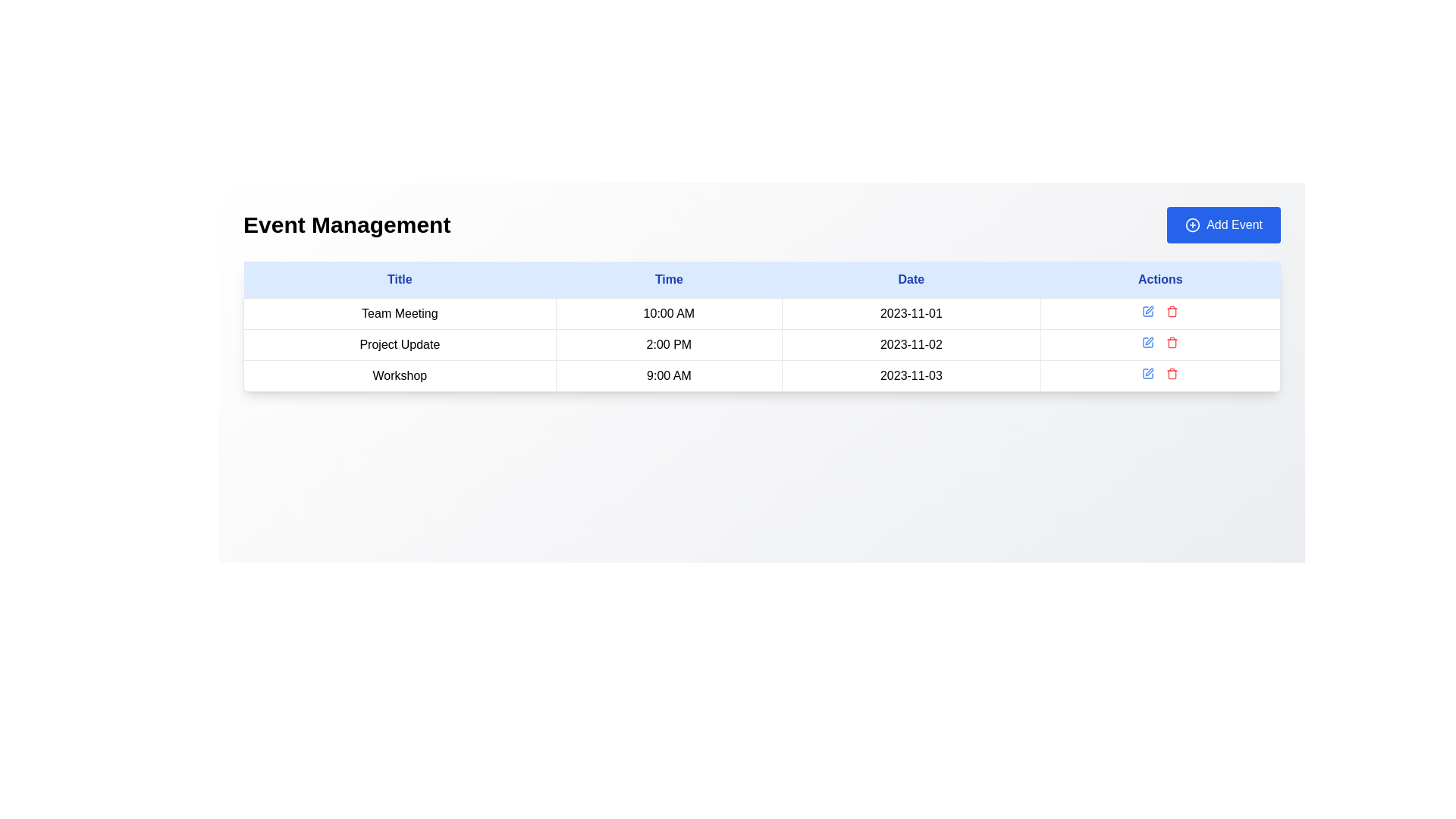 Image resolution: width=1456 pixels, height=819 pixels. I want to click on the 'Date' label in the header row of the table to read it, so click(910, 280).